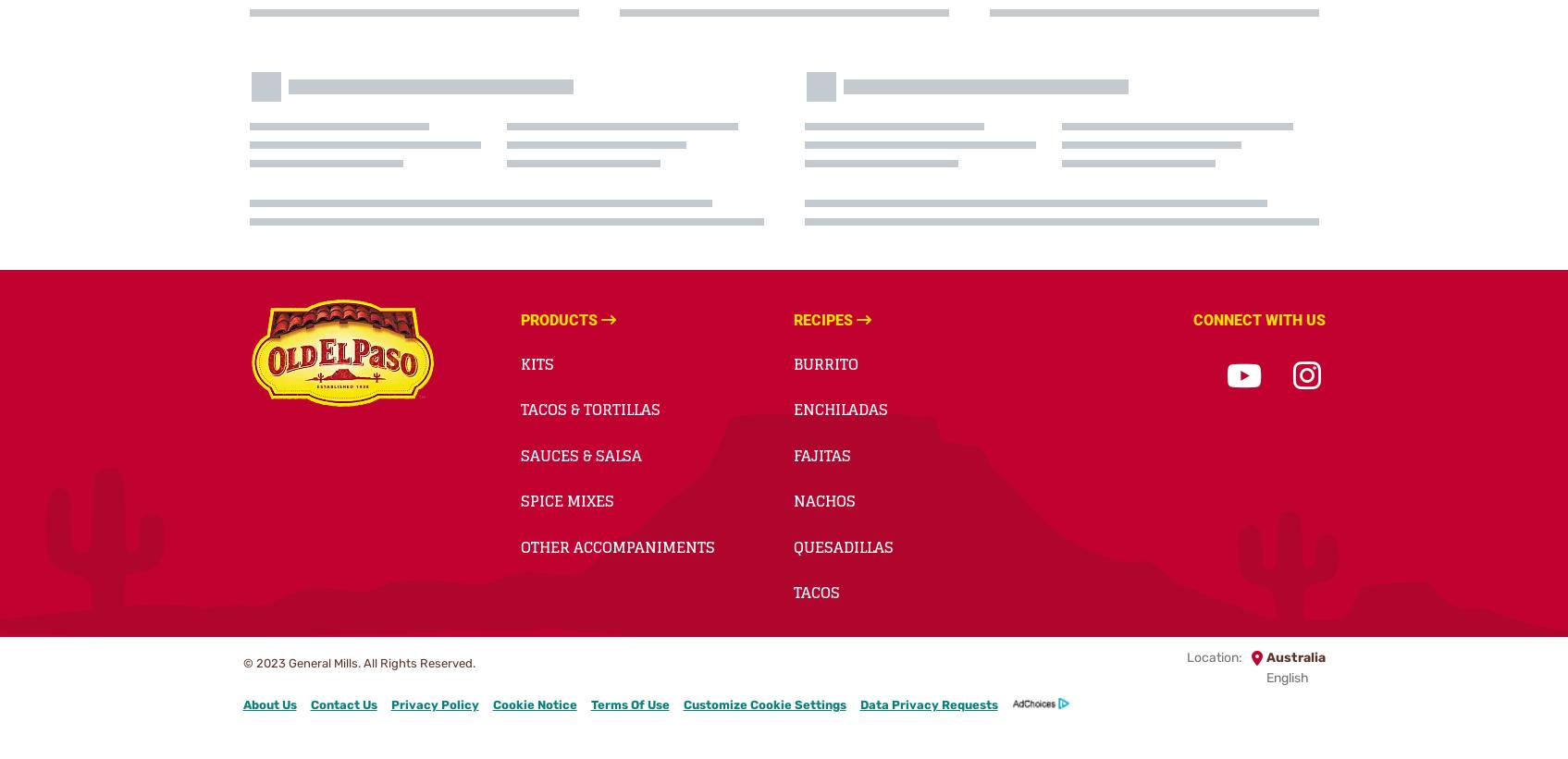 This screenshot has height=759, width=1568. What do you see at coordinates (1191, 319) in the screenshot?
I see `'Connect With Us'` at bounding box center [1191, 319].